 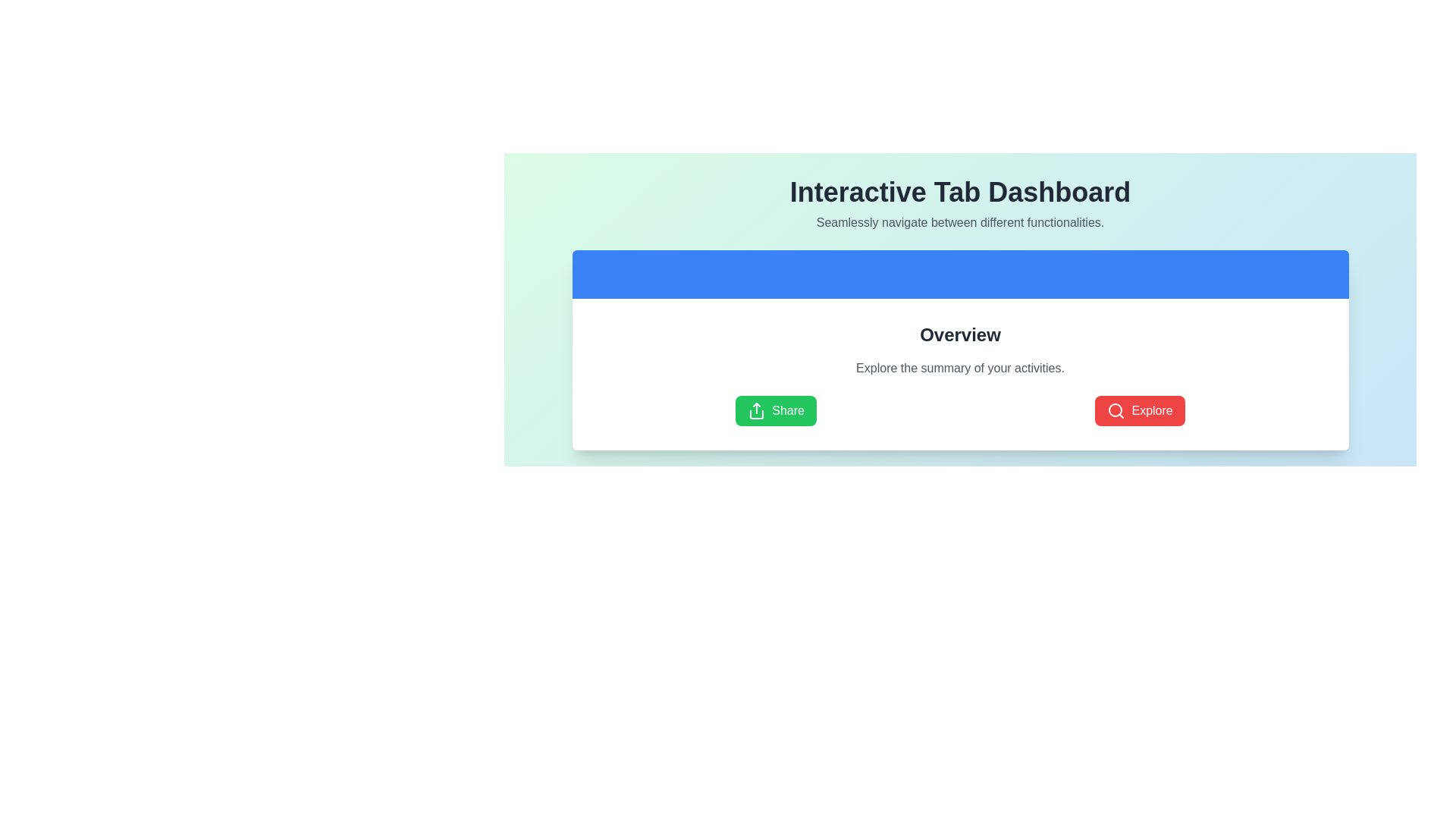 What do you see at coordinates (1140, 411) in the screenshot?
I see `the exploration button located to the right of the green 'Share' button, which triggers a new view or action related to exploration` at bounding box center [1140, 411].